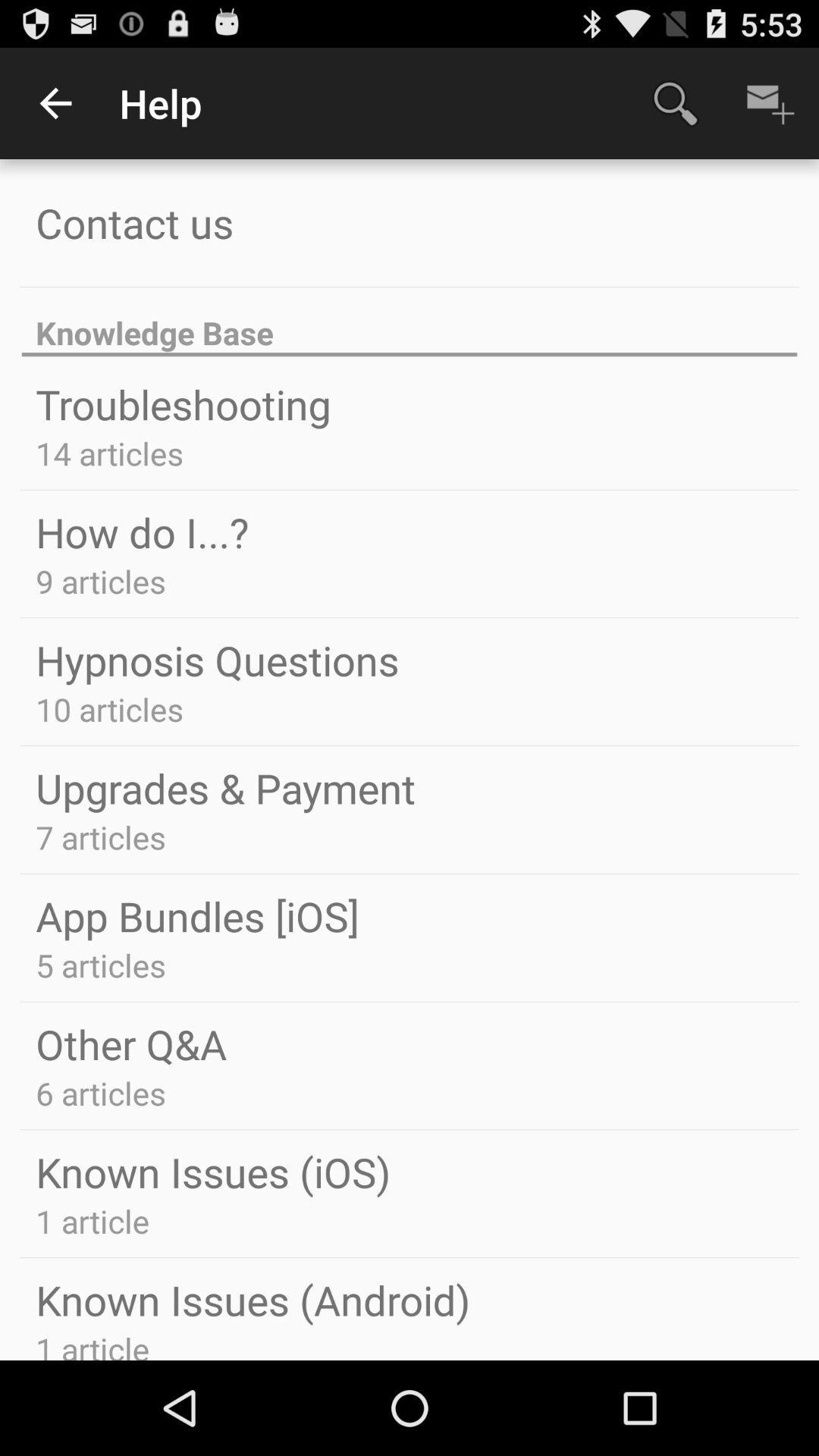 Image resolution: width=819 pixels, height=1456 pixels. I want to click on icon below the upgrades & payment, so click(101, 836).